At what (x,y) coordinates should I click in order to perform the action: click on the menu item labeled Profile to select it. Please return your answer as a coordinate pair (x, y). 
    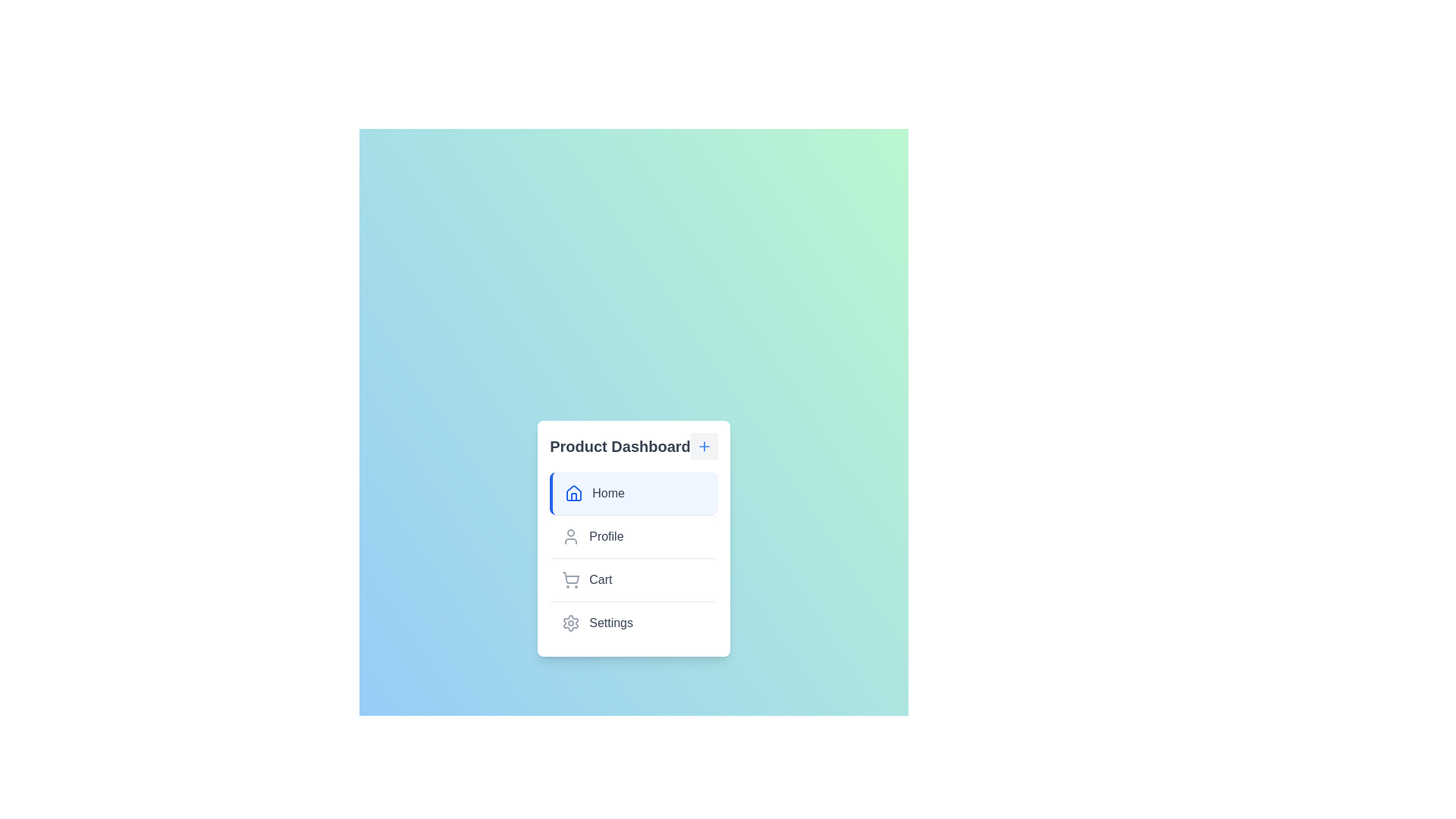
    Looking at the image, I should click on (633, 535).